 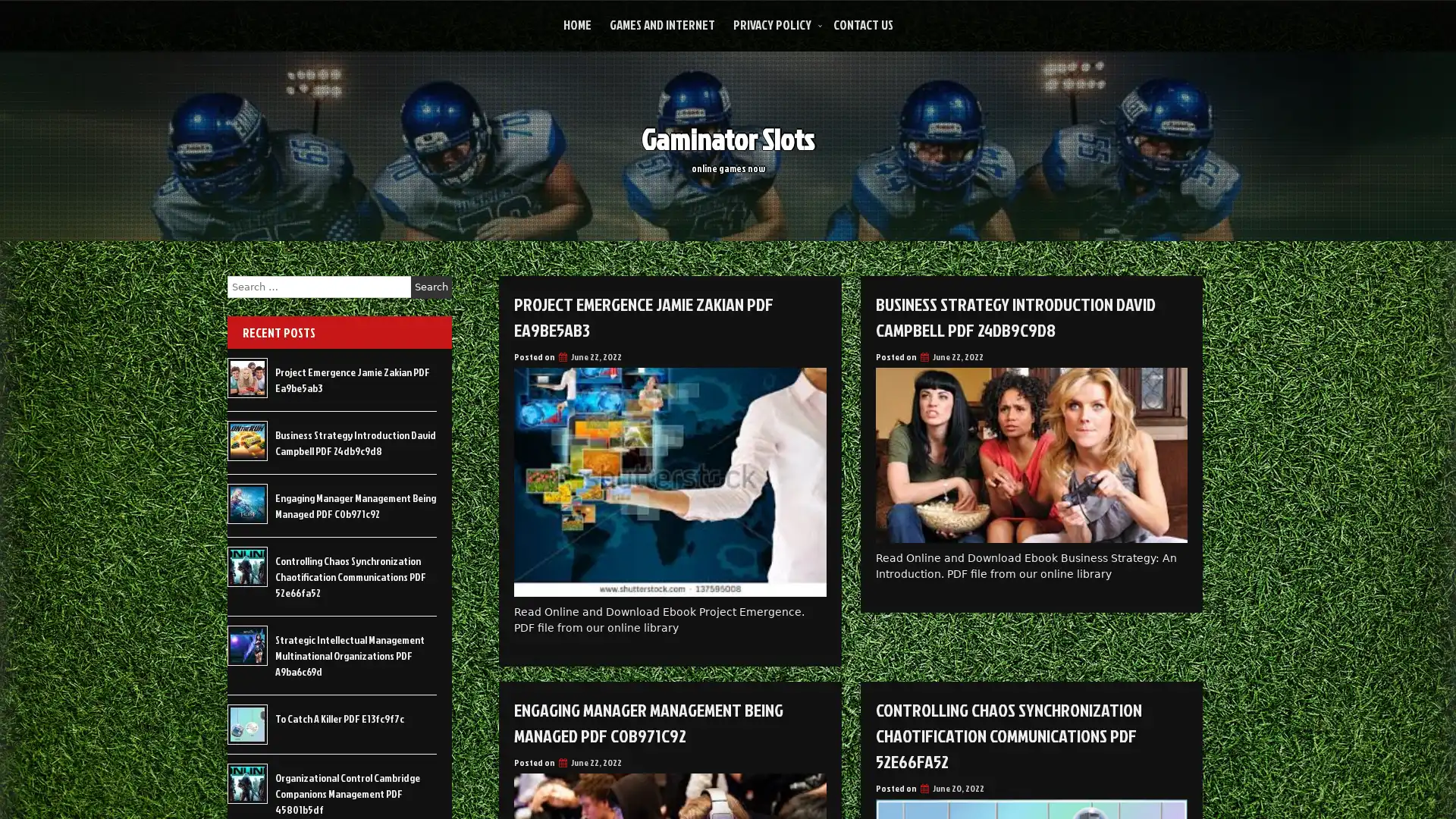 I want to click on Search, so click(x=431, y=287).